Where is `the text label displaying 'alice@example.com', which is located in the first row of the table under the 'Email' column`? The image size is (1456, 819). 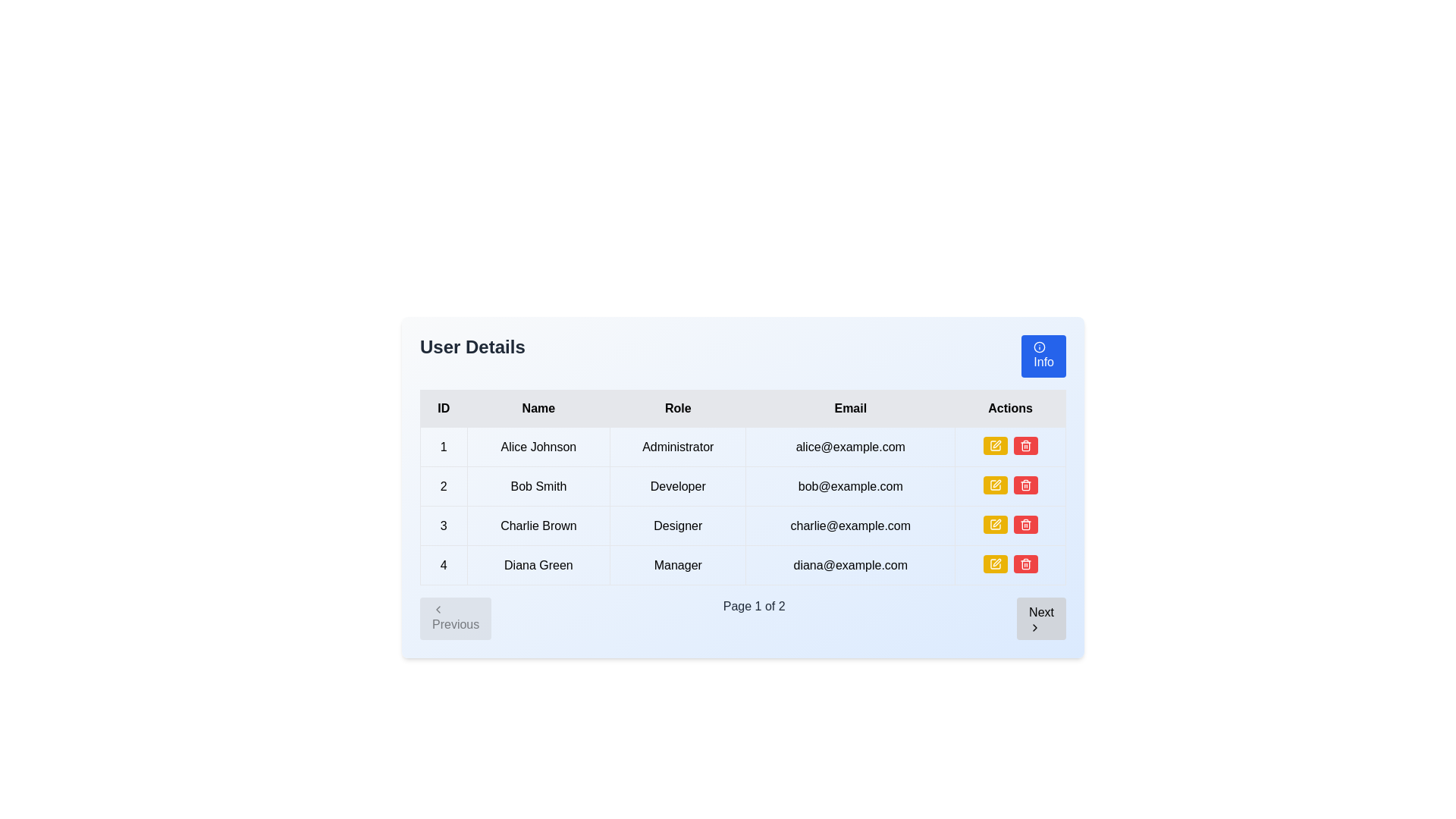 the text label displaying 'alice@example.com', which is located in the first row of the table under the 'Email' column is located at coordinates (850, 446).